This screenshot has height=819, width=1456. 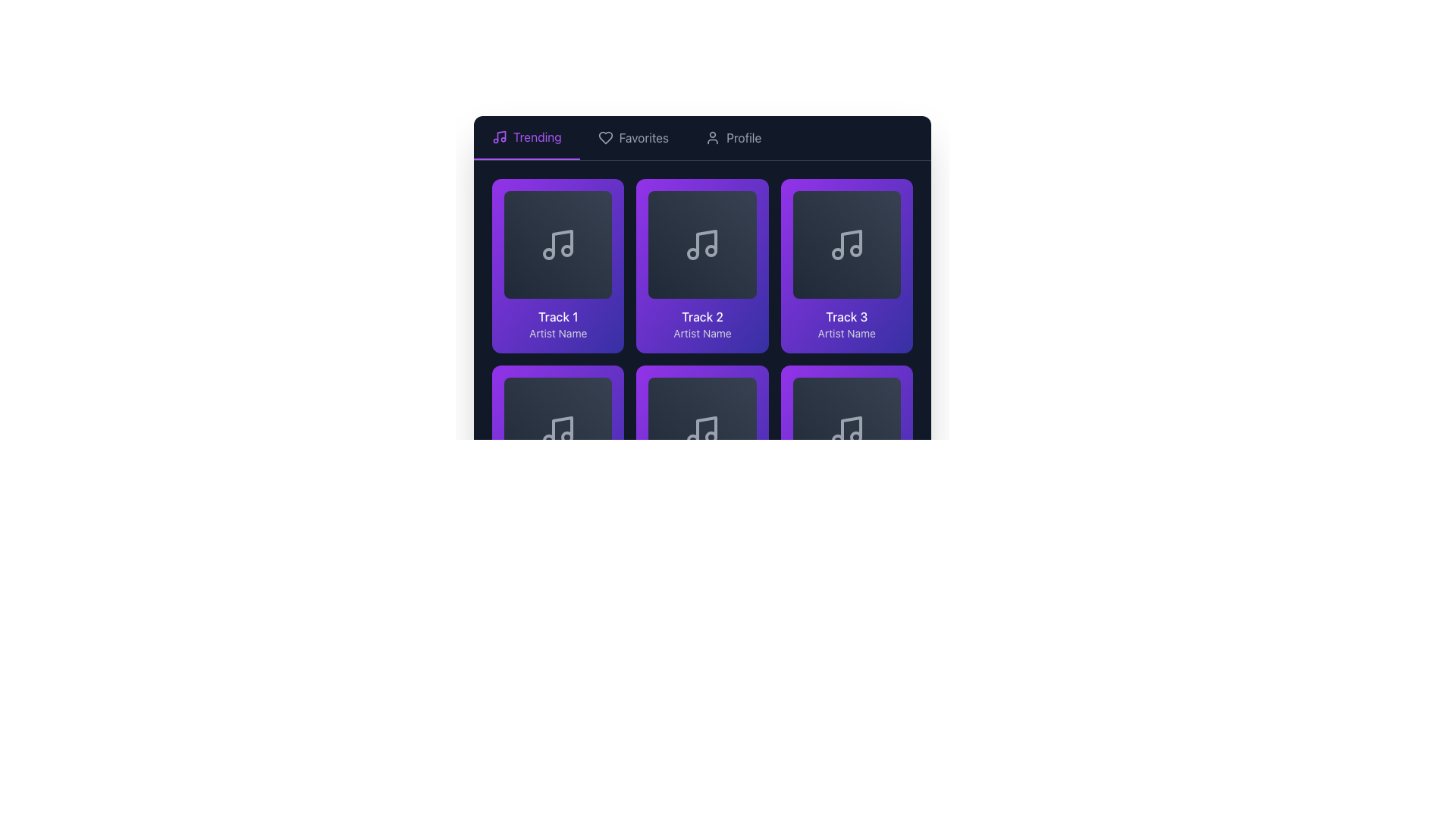 I want to click on the second circular element of the musical note icon, which is located within the purple-bordered card labeled 'Track 1' and 'Artist Name', so click(x=566, y=250).